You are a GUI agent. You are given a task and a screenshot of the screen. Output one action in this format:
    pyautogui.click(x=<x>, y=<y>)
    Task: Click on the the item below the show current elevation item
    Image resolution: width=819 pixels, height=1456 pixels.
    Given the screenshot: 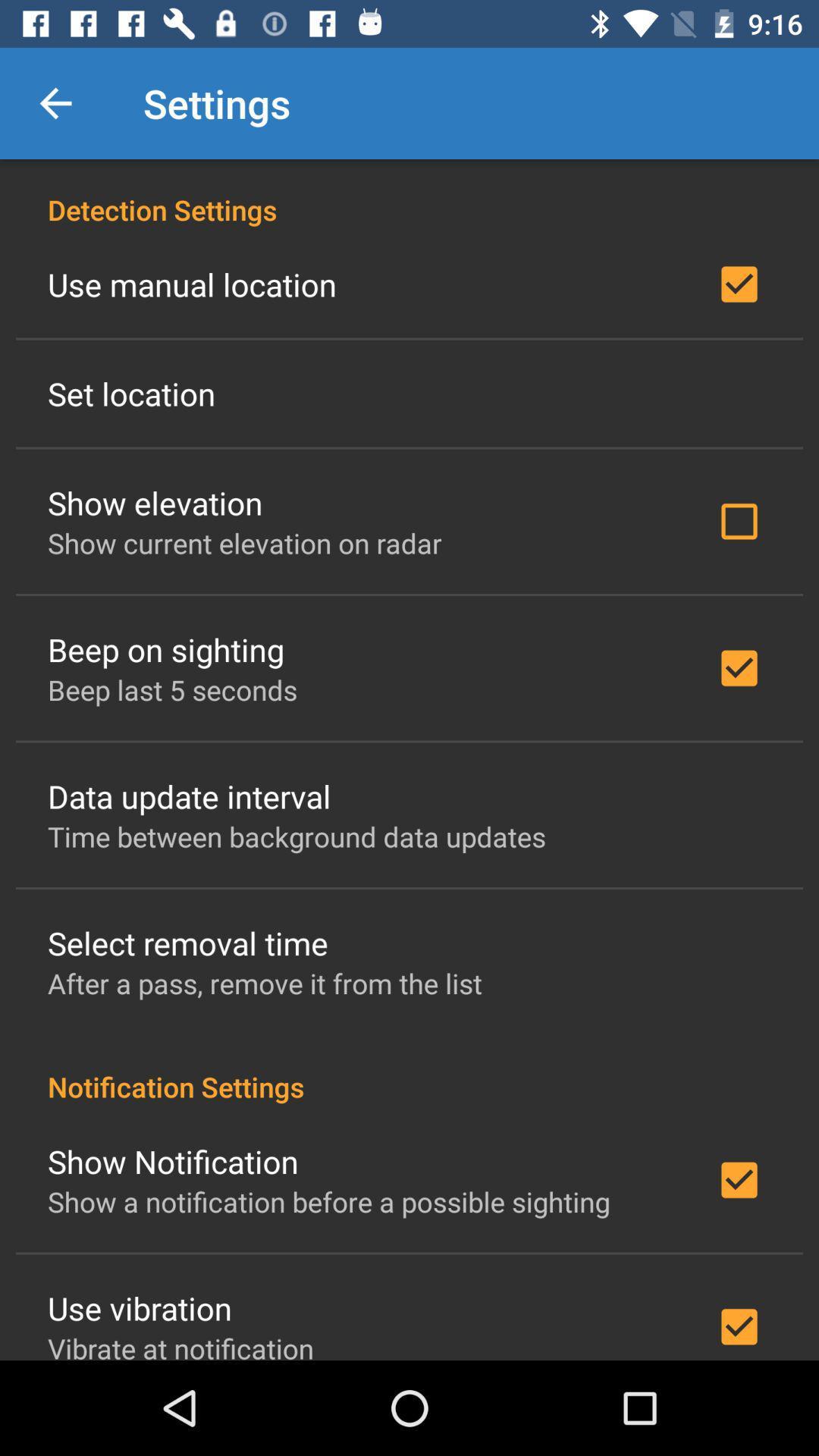 What is the action you would take?
    pyautogui.click(x=166, y=649)
    